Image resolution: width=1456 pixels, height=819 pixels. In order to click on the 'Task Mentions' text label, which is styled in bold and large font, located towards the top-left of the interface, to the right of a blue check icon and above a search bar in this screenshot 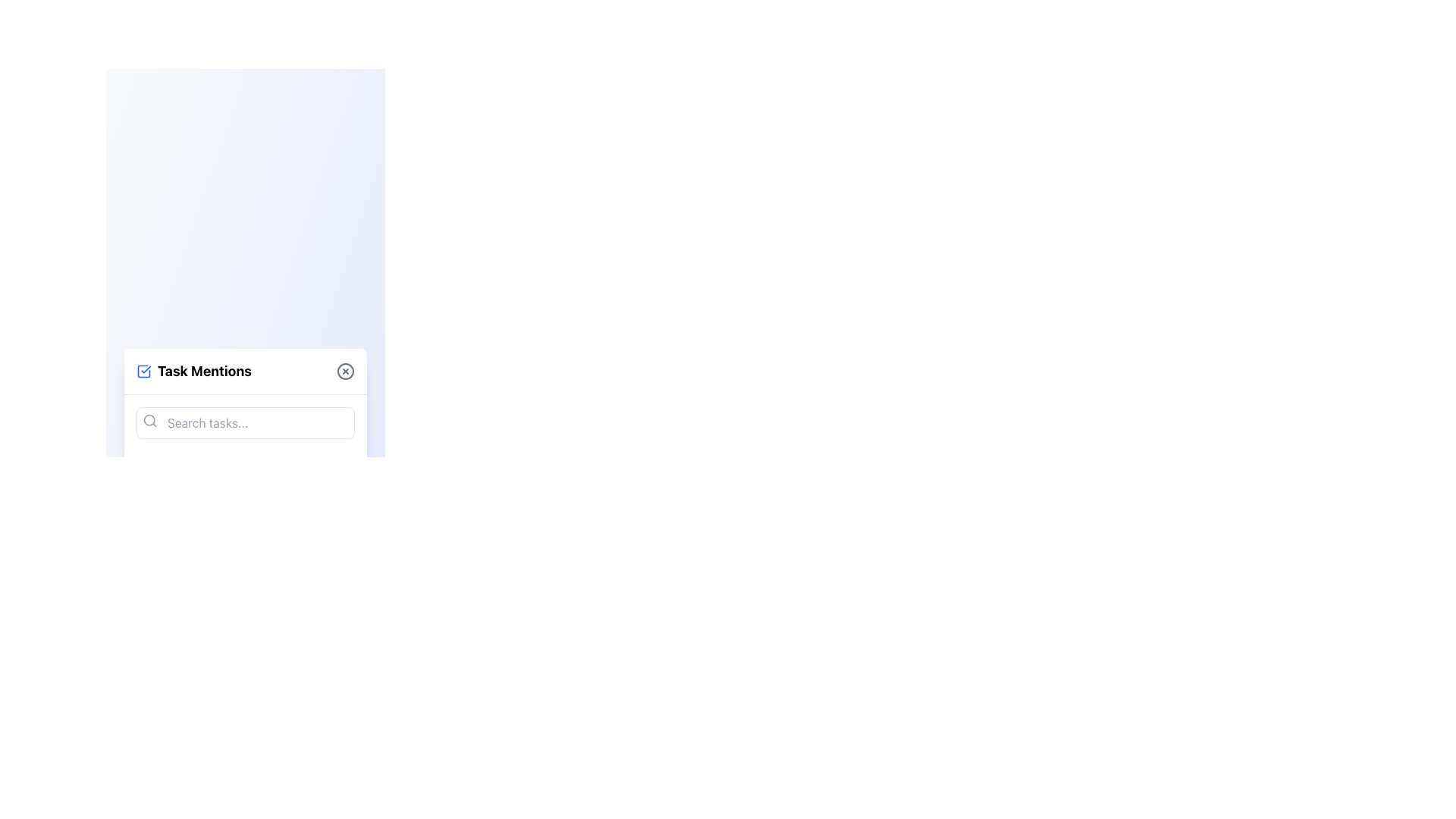, I will do `click(203, 371)`.